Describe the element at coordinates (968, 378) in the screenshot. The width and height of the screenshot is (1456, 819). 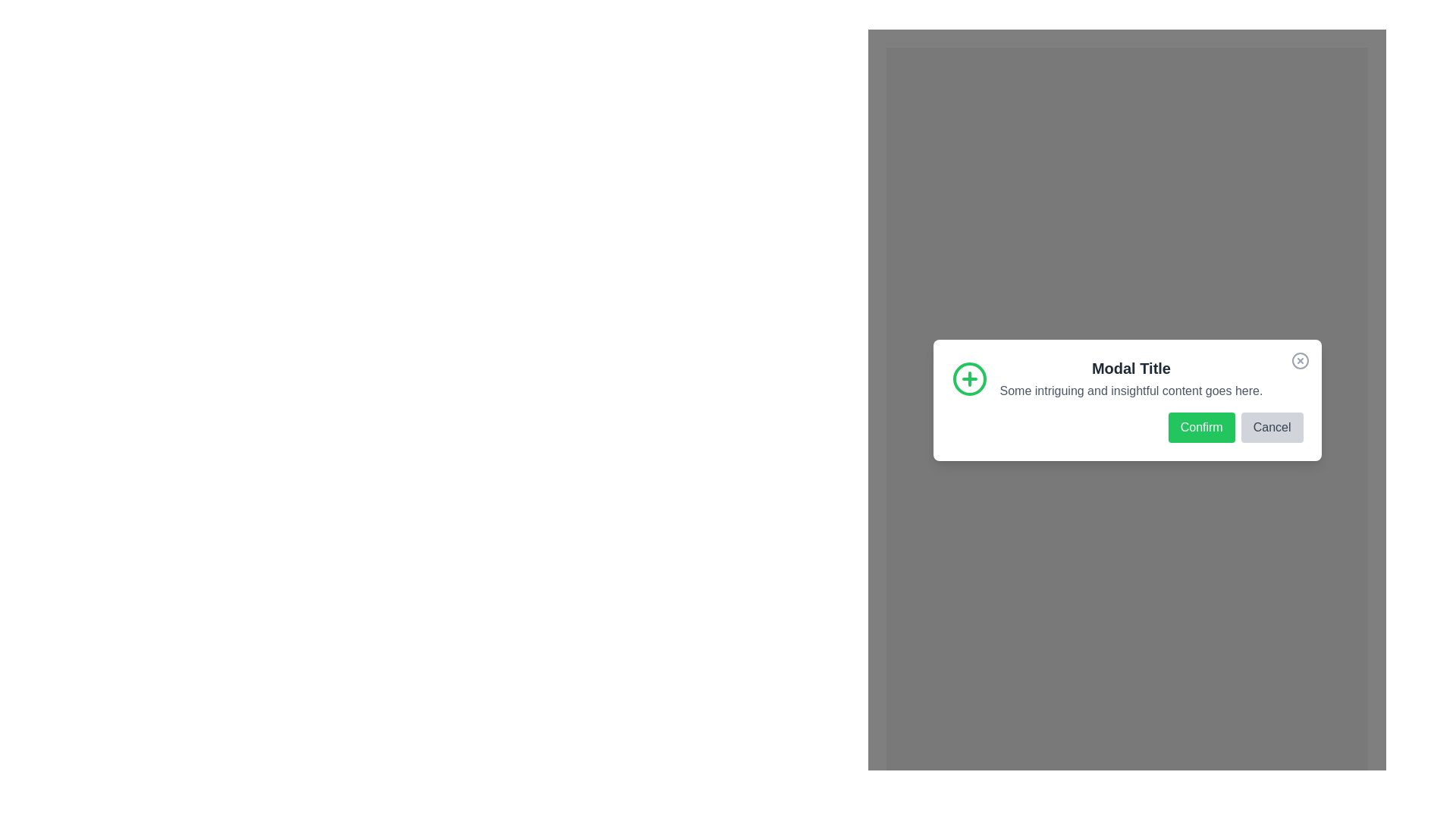
I see `the 'add' button icon located at the leftmost part of the modal's header area` at that location.